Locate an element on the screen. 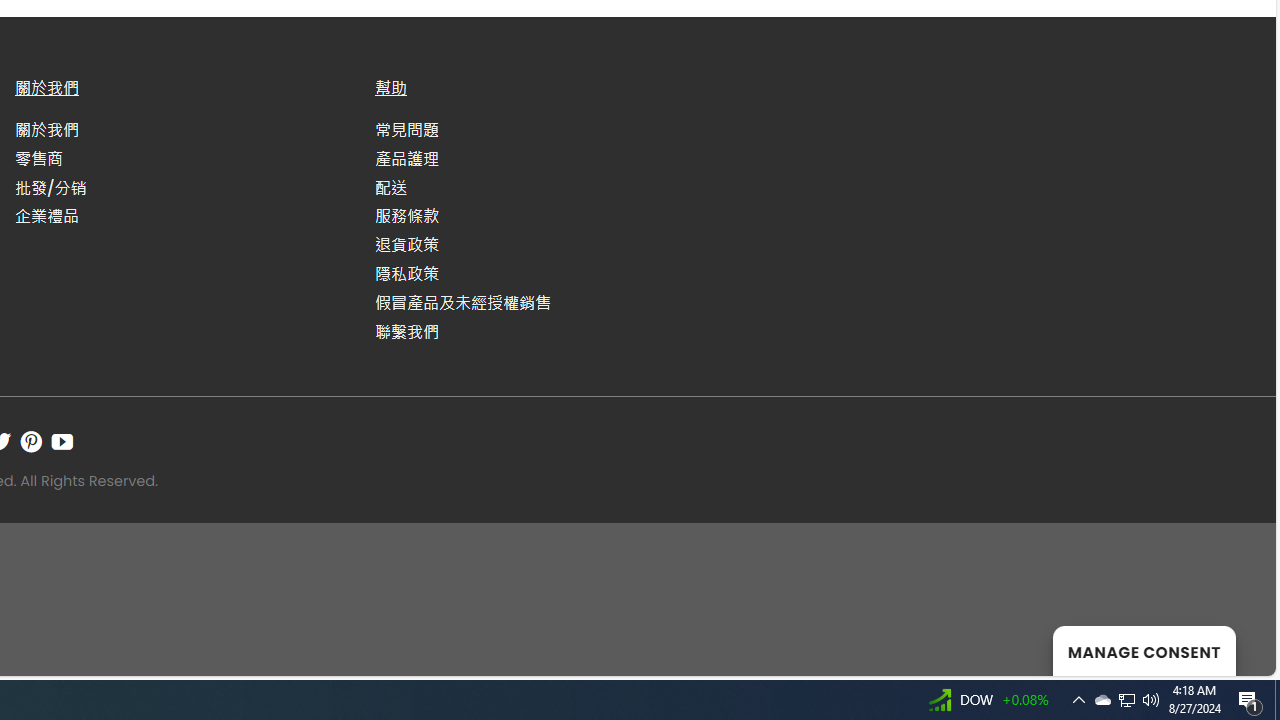 This screenshot has width=1280, height=720. 'MANAGE CONSENT' is located at coordinates (1144, 650).